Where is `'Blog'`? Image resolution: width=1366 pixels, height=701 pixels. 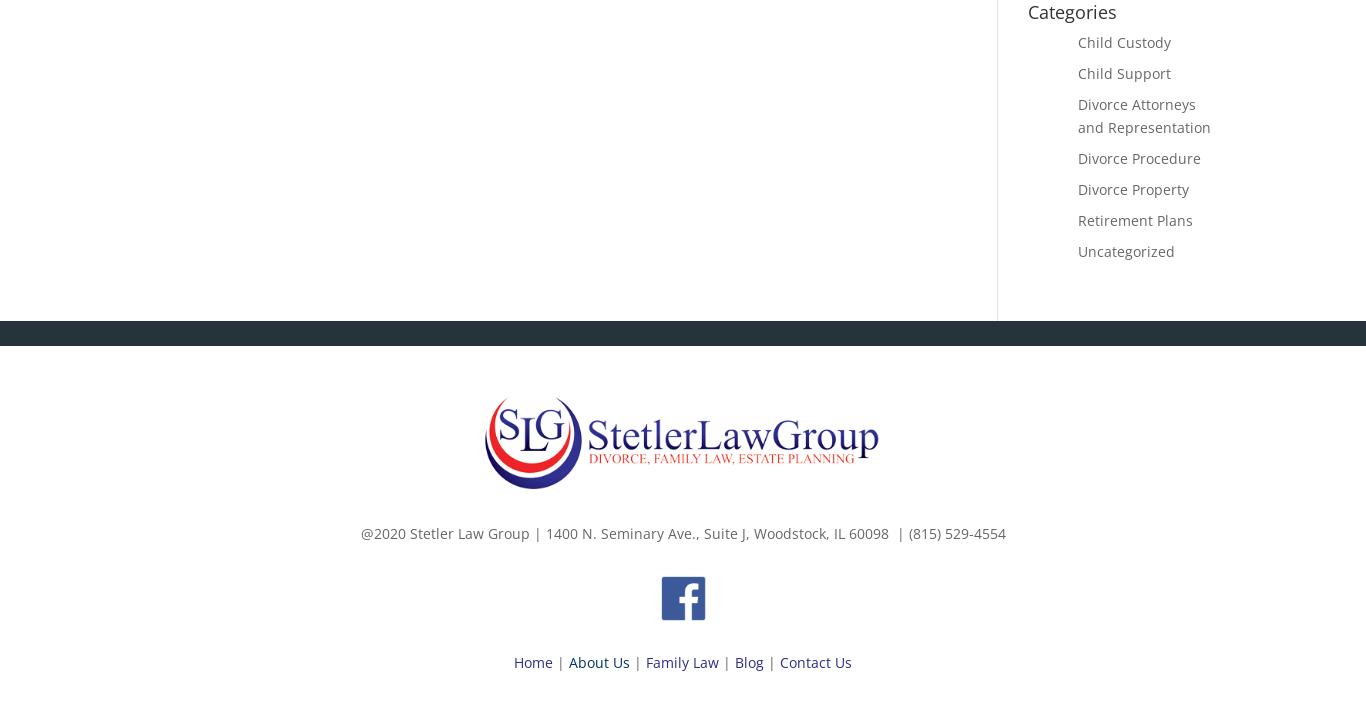
'Blog' is located at coordinates (749, 661).